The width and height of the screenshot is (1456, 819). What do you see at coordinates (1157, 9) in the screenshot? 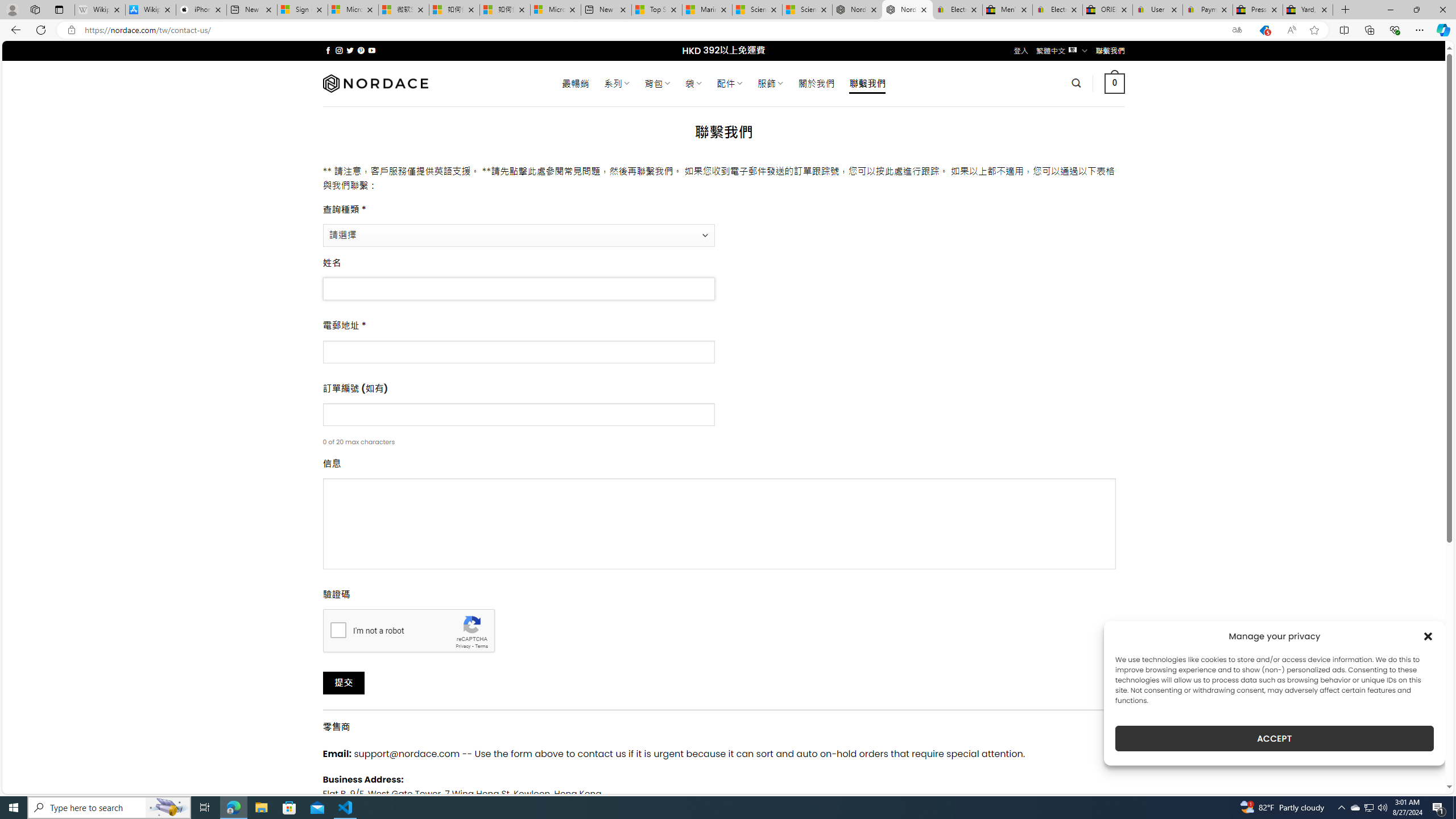
I see `'User Privacy Notice | eBay'` at bounding box center [1157, 9].